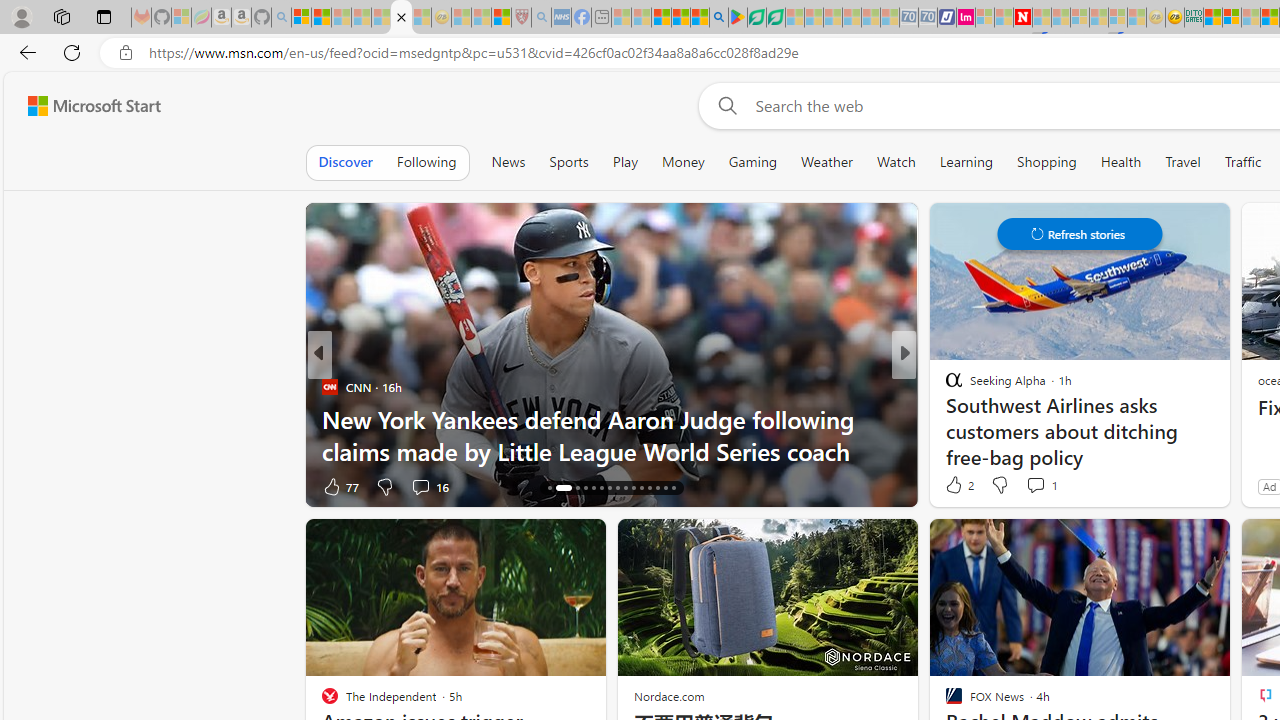  I want to click on '20 Like', so click(955, 486).